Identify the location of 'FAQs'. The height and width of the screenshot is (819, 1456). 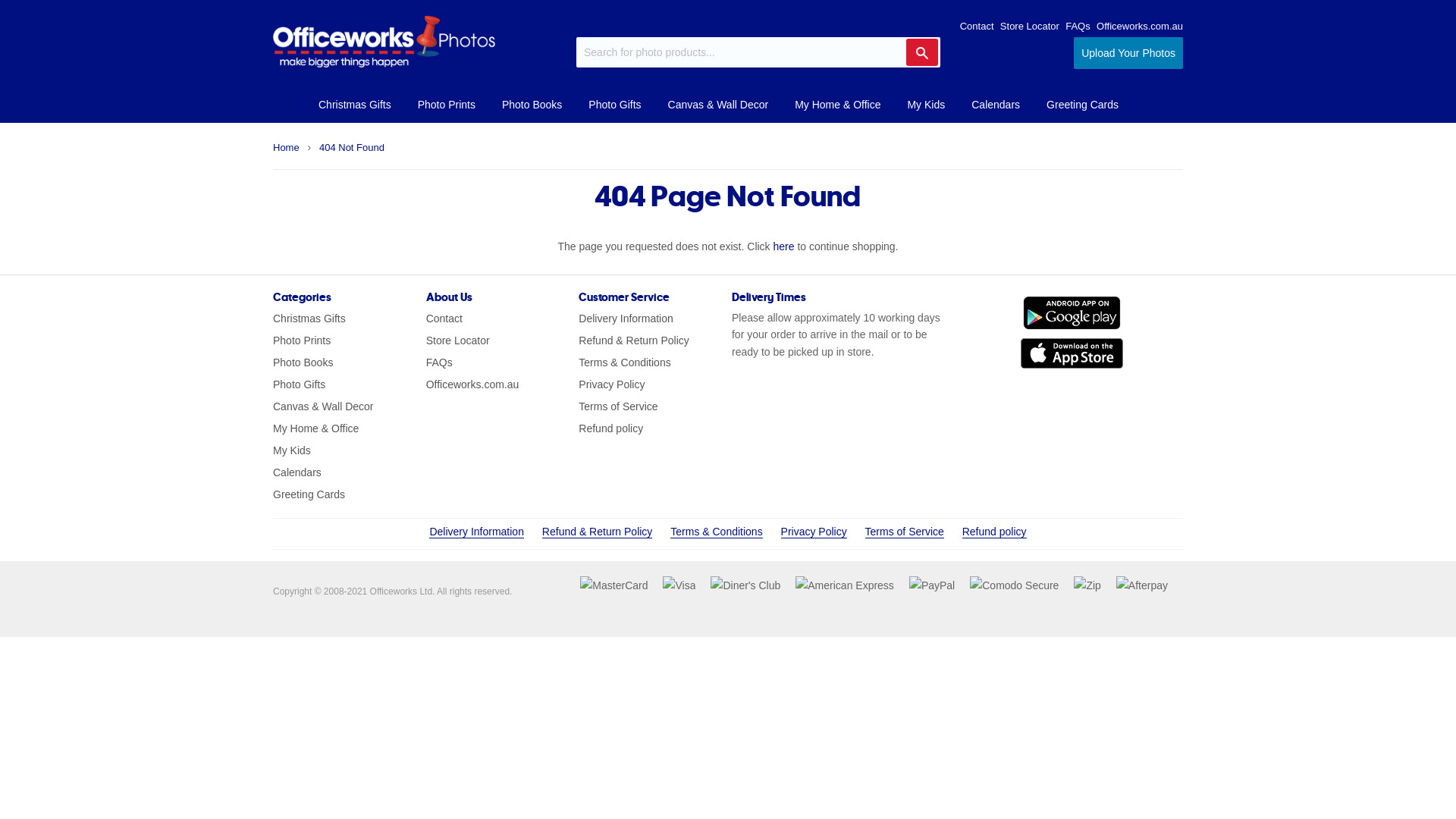
(425, 362).